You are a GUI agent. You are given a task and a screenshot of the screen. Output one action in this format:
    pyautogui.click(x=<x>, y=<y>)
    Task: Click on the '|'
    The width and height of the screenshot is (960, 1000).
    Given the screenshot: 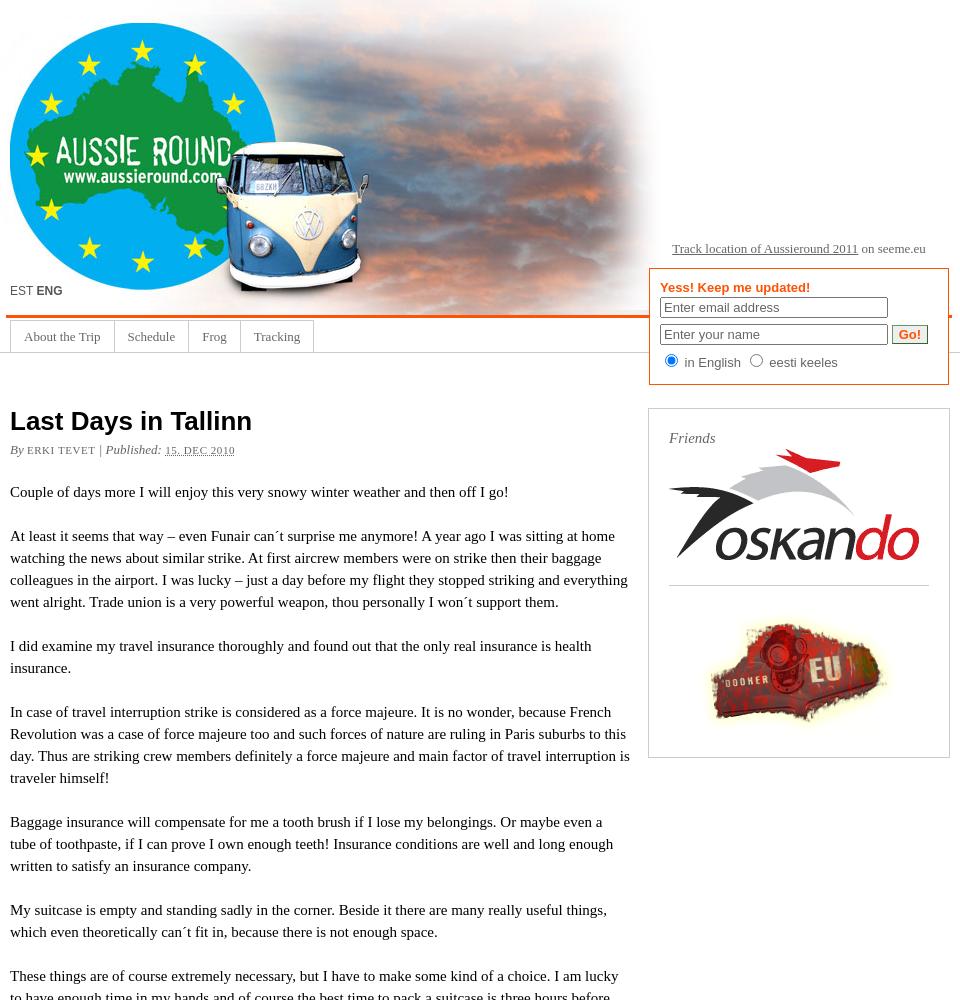 What is the action you would take?
    pyautogui.click(x=101, y=448)
    